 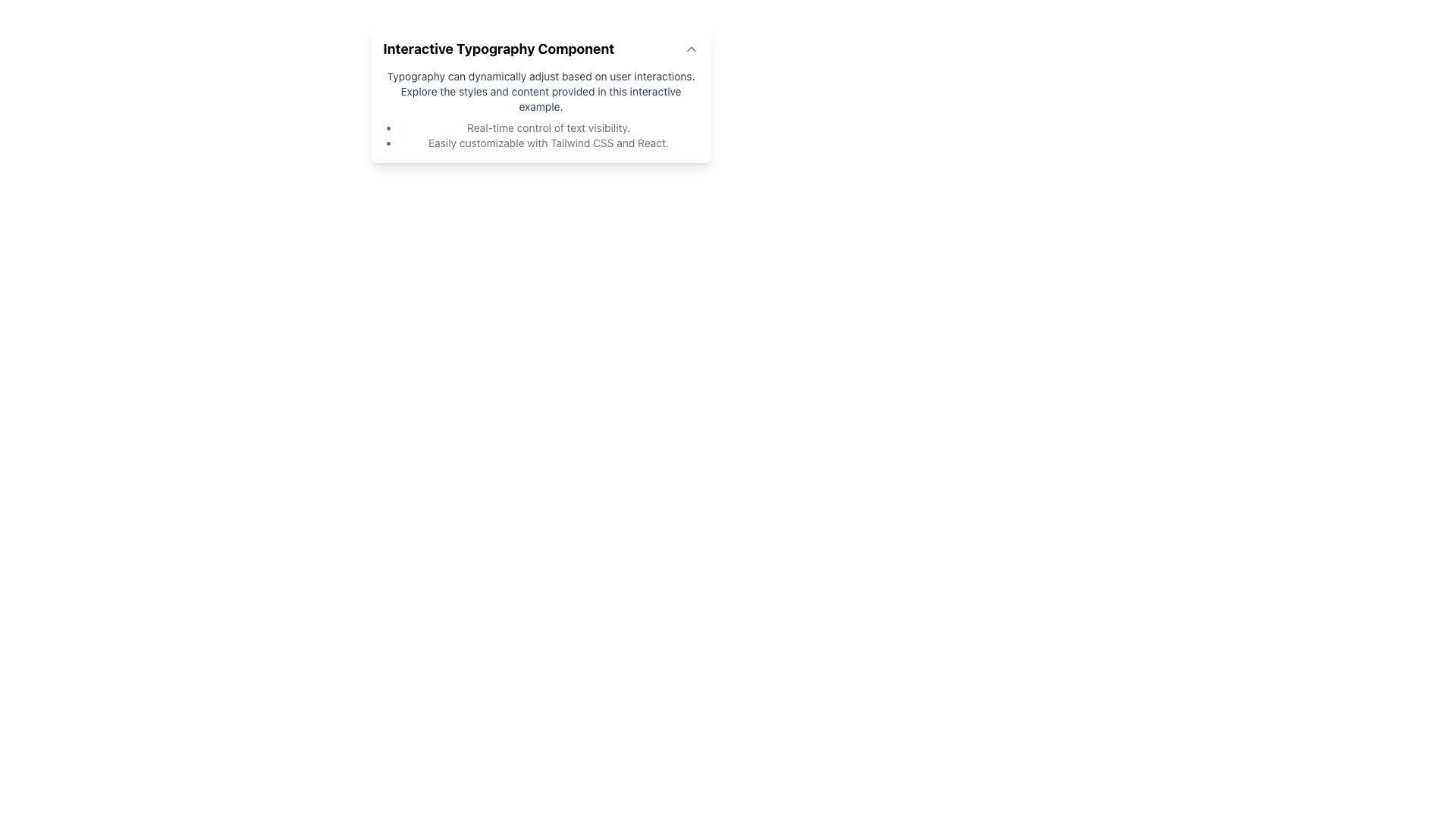 I want to click on the Informational Text that introduces typography adjustments, located directly below the header 'Interactive Typography Component', so click(x=541, y=91).